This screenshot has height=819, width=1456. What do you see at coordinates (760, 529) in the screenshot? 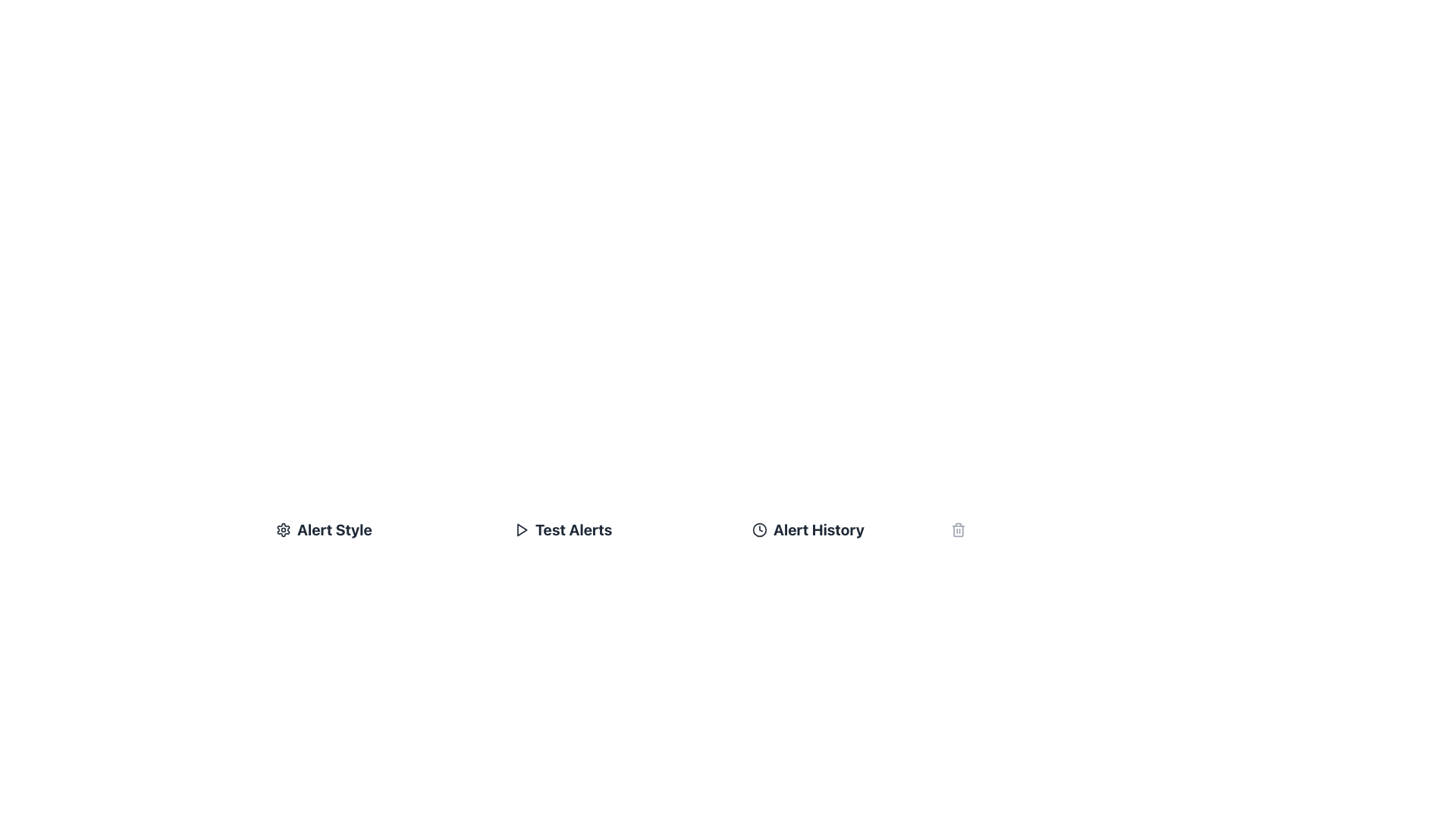
I see `the circular graphical element that represents the clock icon, which is centered at the 'Alert History' text label` at bounding box center [760, 529].